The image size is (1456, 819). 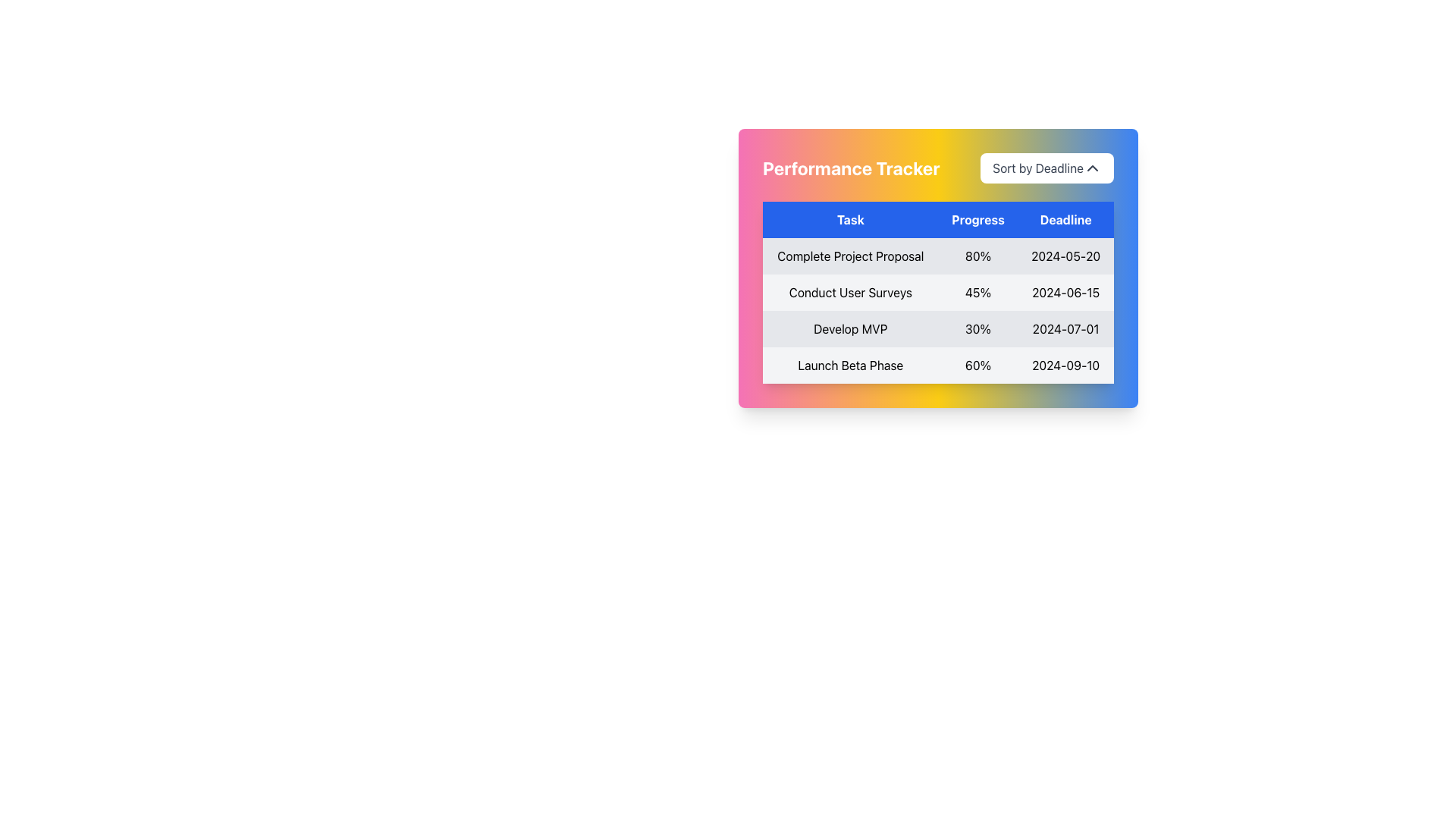 I want to click on the table row representing the task titled 'Develop MVP', so click(x=937, y=309).